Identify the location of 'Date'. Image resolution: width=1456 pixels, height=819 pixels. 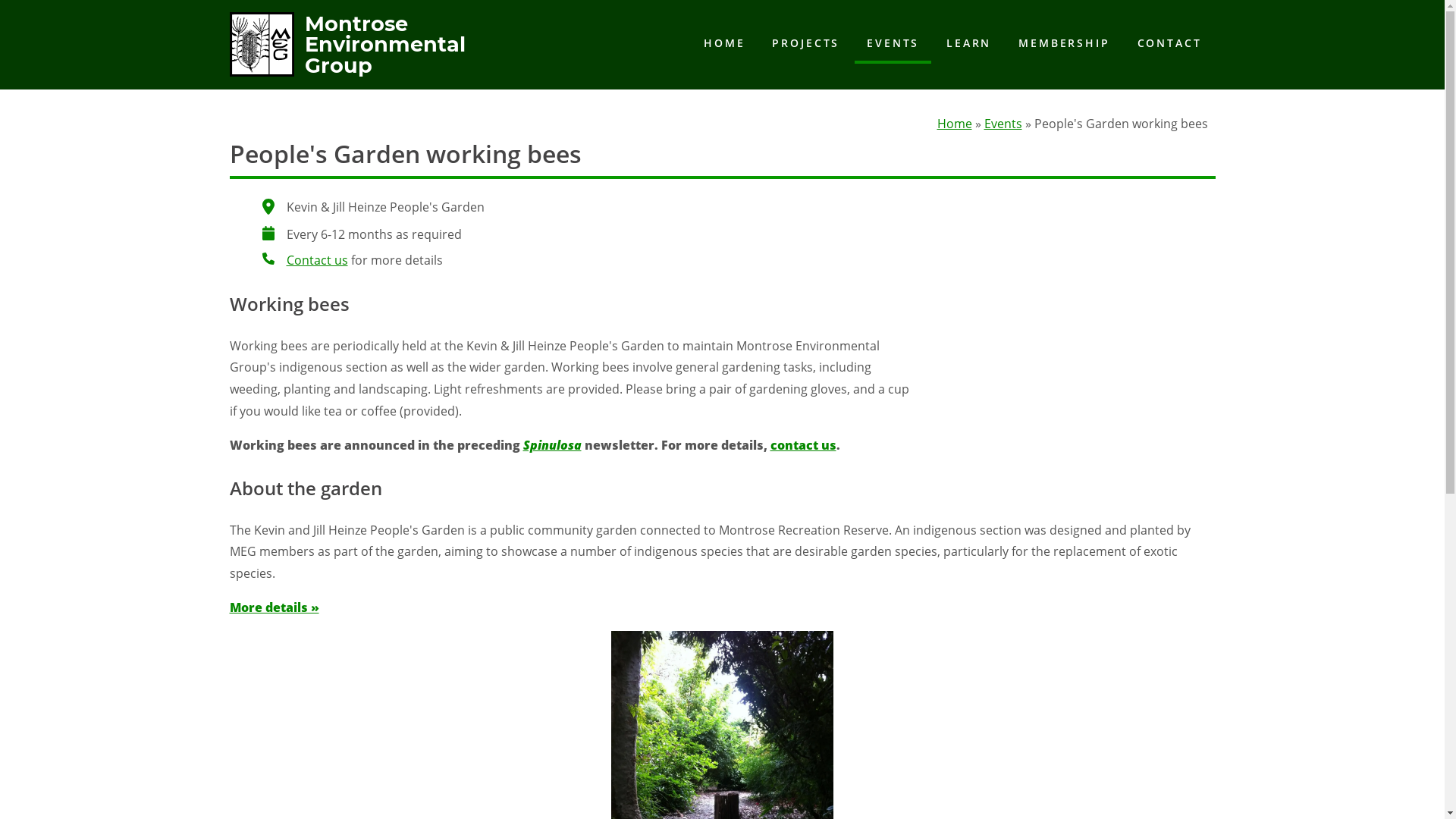
(268, 233).